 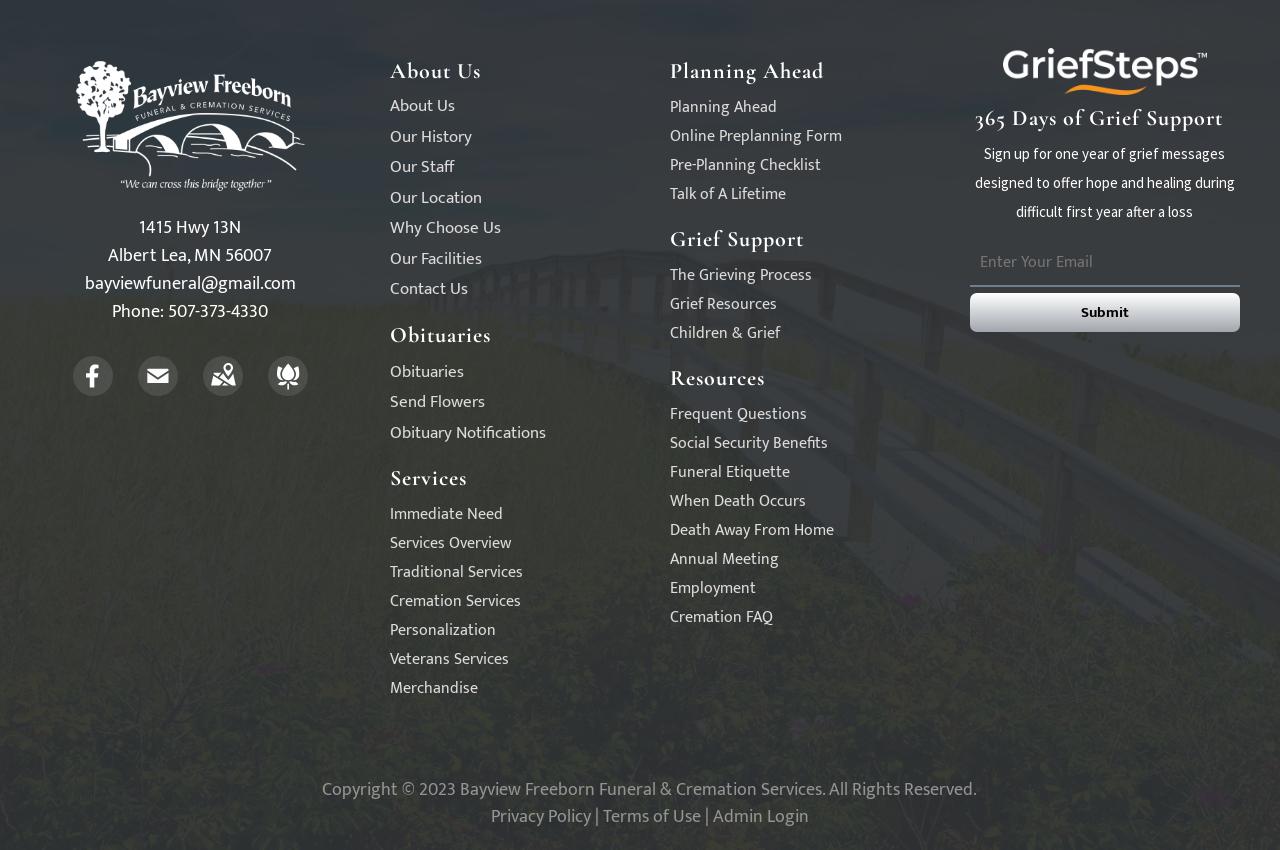 I want to click on '2023', so click(x=436, y=788).